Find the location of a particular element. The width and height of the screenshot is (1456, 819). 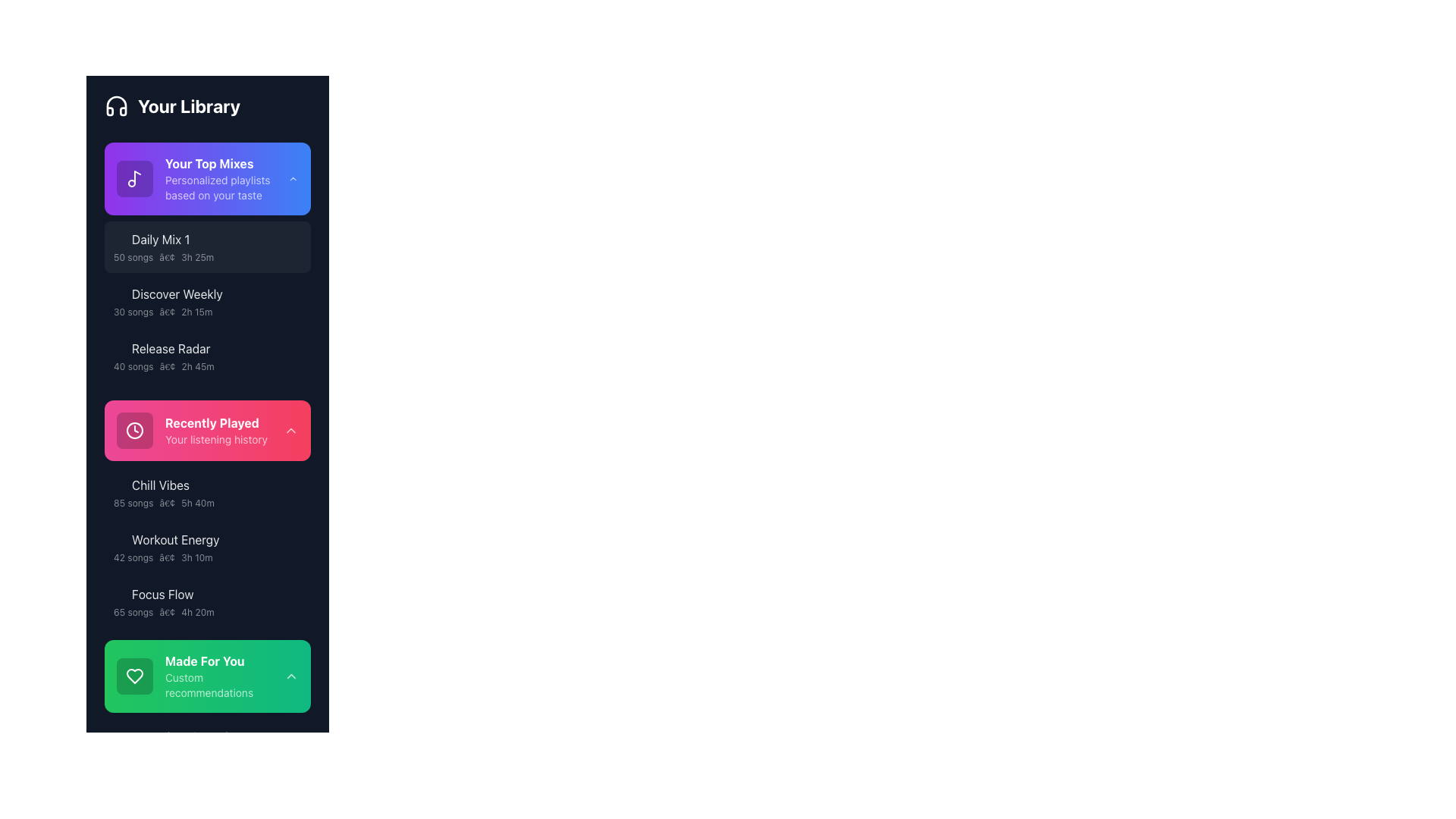

the playlist list item titled 'Focus Flow' to view its details is located at coordinates (199, 601).